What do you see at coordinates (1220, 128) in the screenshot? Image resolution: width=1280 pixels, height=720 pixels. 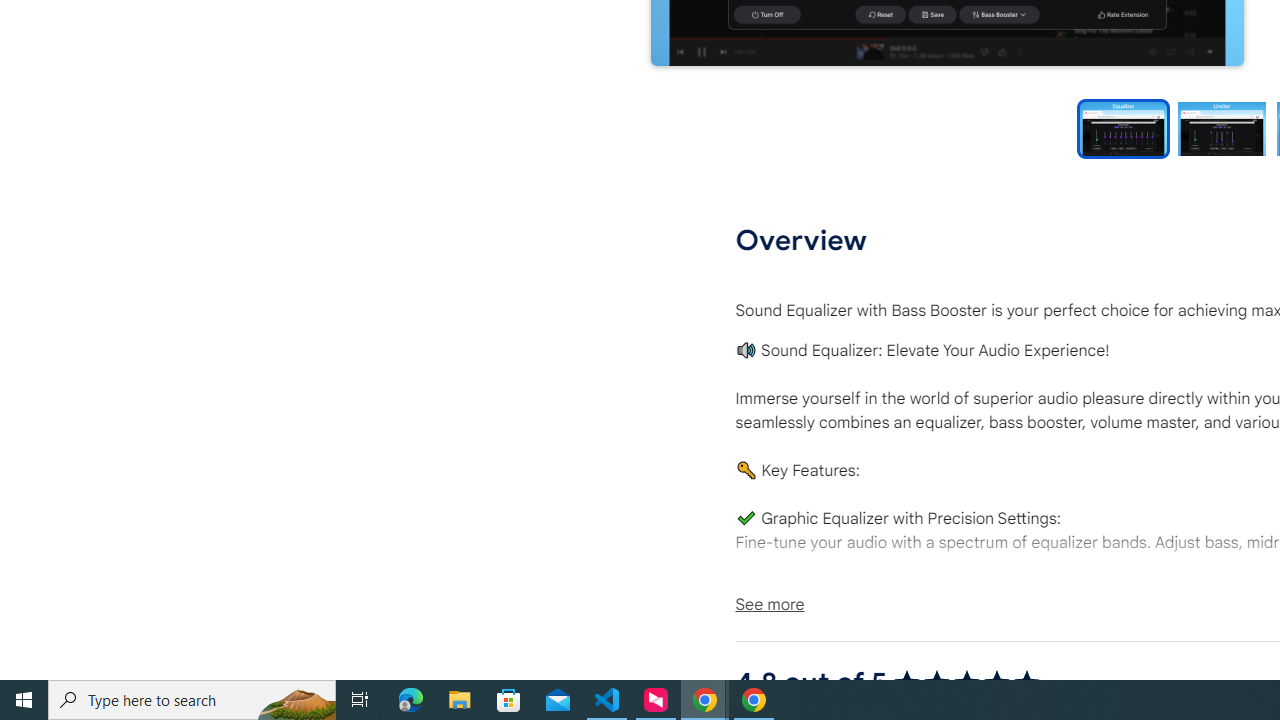 I see `'Preview slide 2'` at bounding box center [1220, 128].